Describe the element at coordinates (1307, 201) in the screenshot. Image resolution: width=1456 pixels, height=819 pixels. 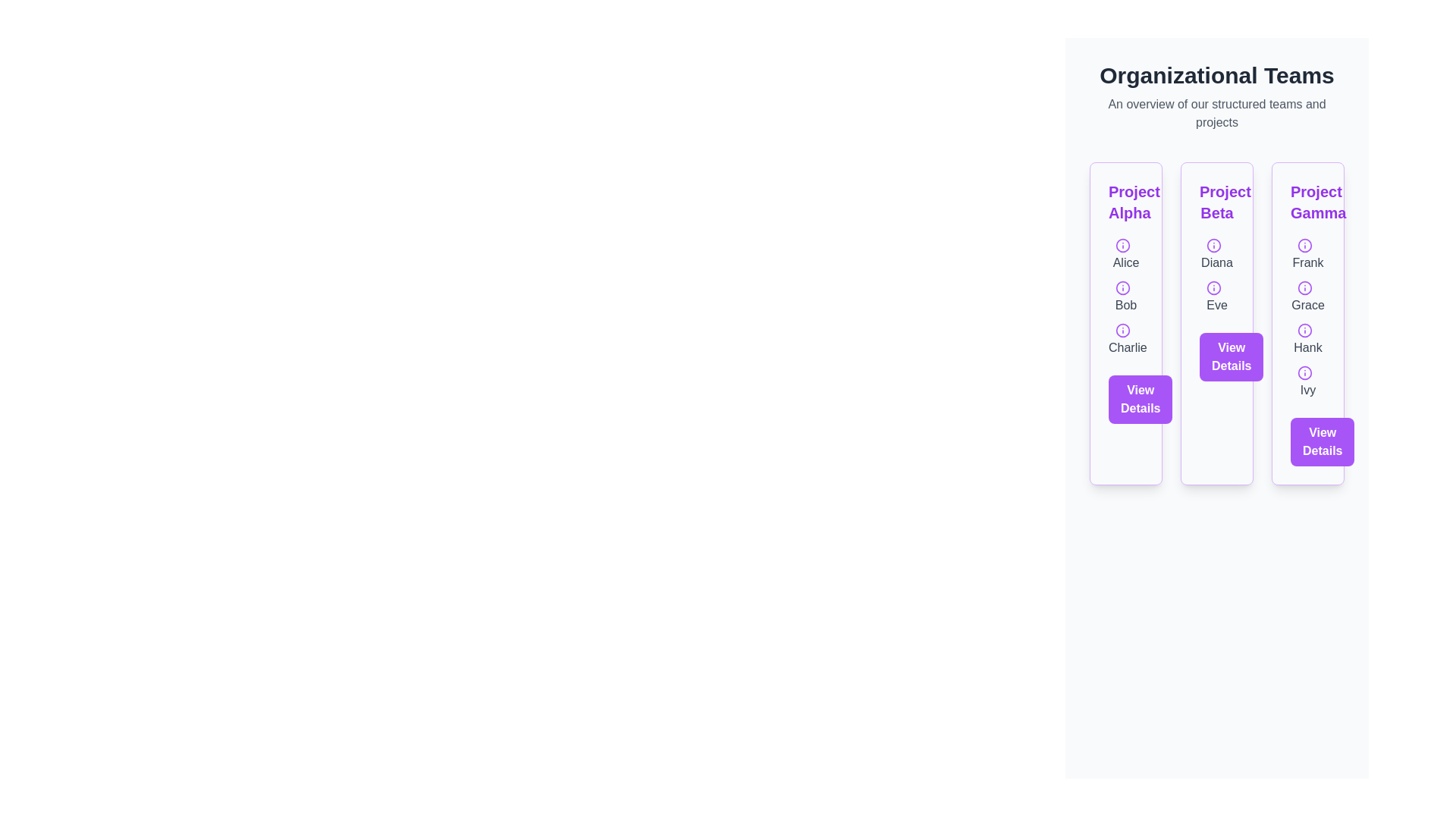
I see `the static text label identifying the card as 'Project Gamma', which is positioned at the top of the card in the rightmost column of the grid layout` at that location.